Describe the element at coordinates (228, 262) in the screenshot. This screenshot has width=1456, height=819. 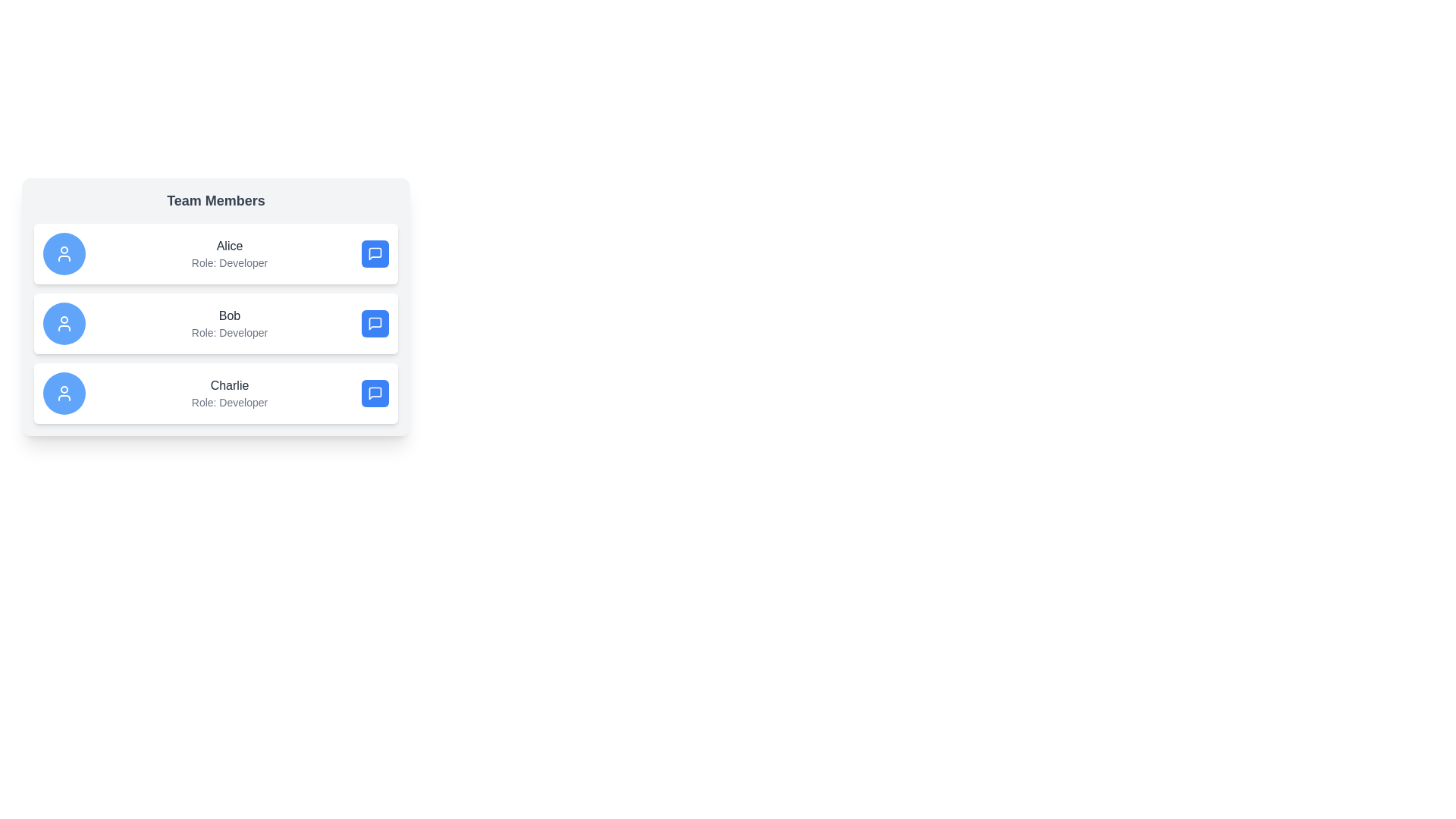
I see `the text label displaying 'Role: Developer' which is styled in gray color and positioned directly below the name 'Alice'` at that location.